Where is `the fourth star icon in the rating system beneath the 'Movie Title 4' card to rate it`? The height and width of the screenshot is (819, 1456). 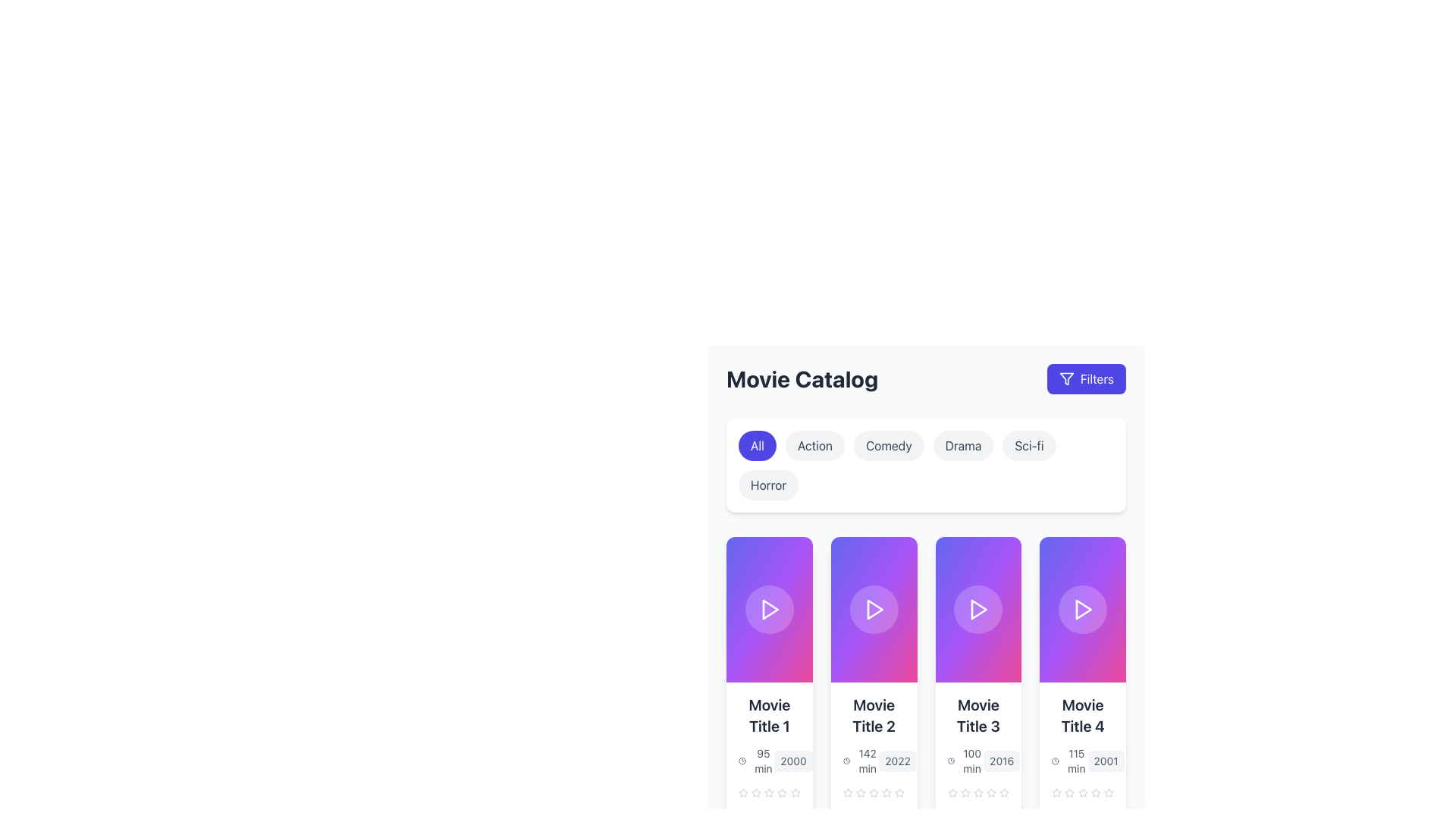
the fourth star icon in the rating system beneath the 'Movie Title 4' card to rate it is located at coordinates (1082, 792).